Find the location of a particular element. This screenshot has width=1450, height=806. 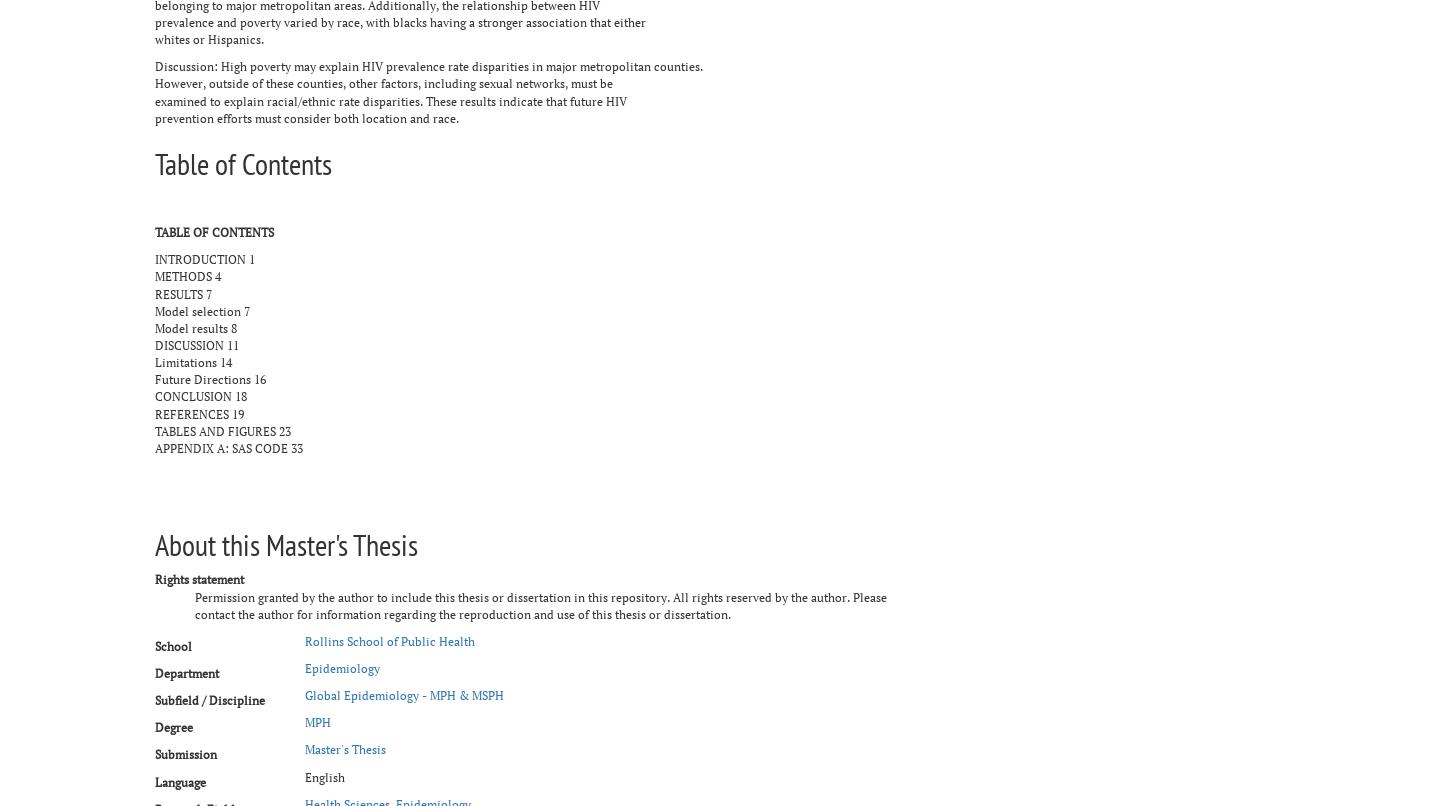

'TABLES AND FIGURES 23' is located at coordinates (154, 430).